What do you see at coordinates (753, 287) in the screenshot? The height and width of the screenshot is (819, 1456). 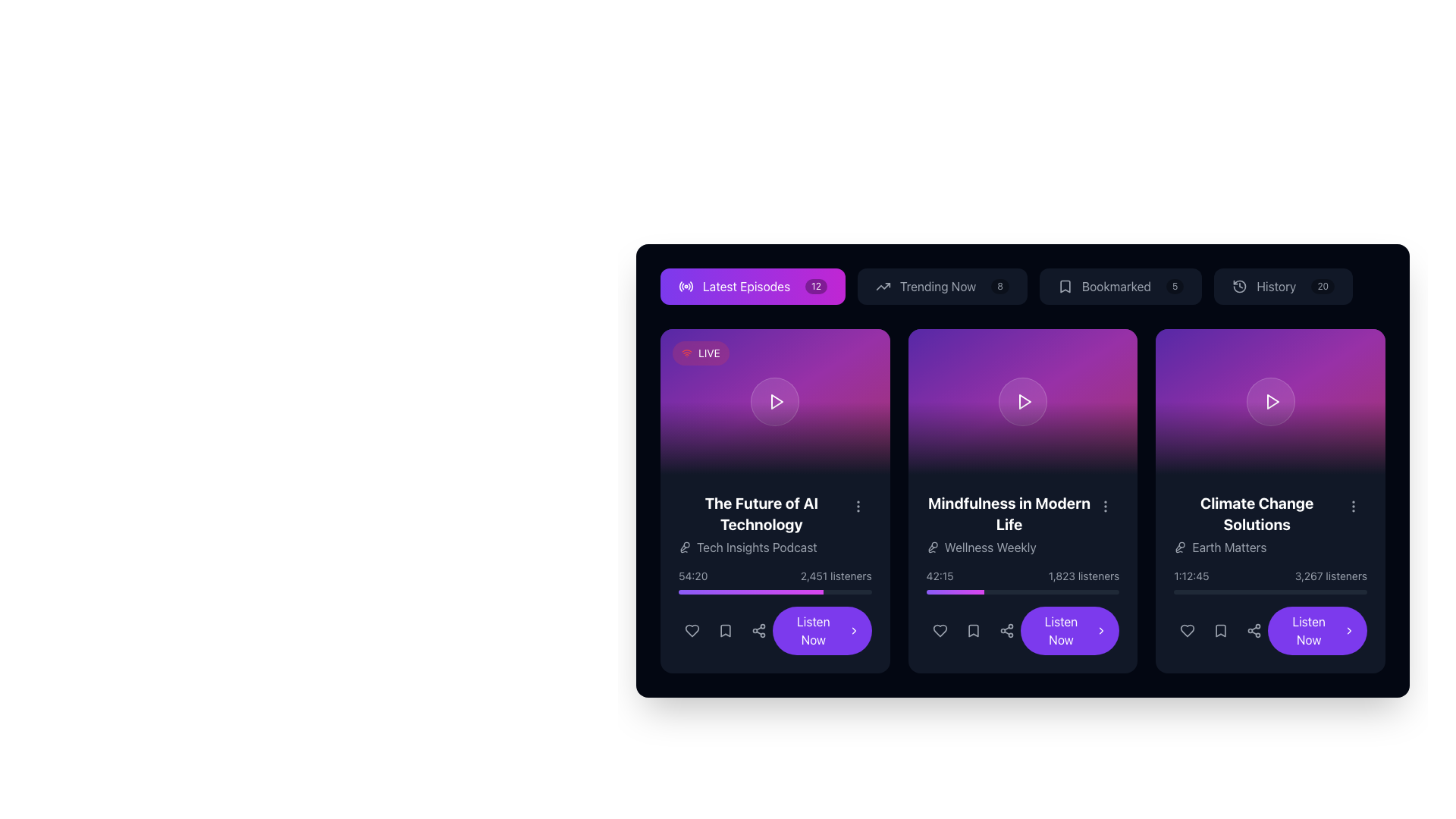 I see `the button that allows users` at bounding box center [753, 287].